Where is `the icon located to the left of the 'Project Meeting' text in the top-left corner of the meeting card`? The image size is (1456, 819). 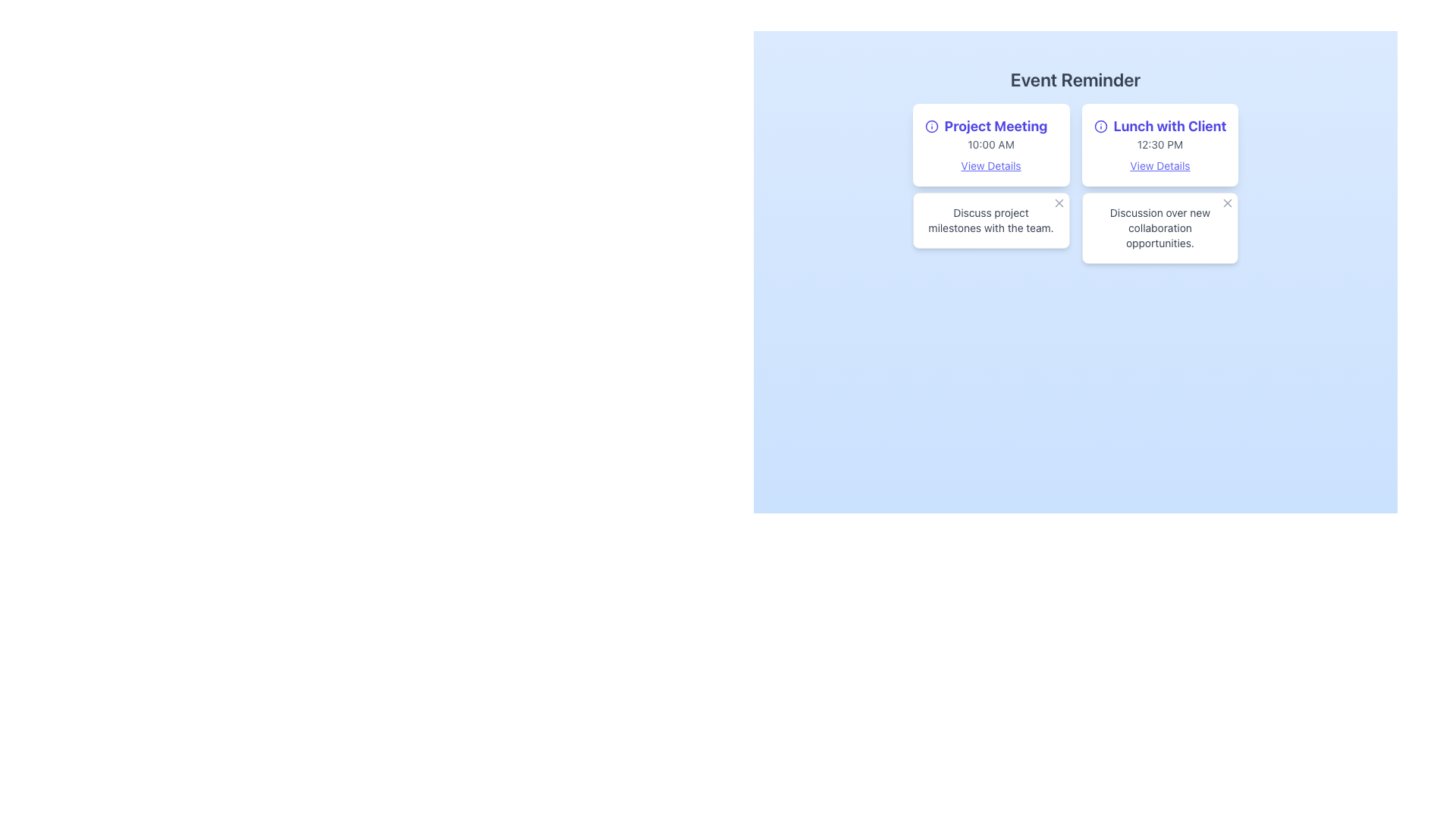
the icon located to the left of the 'Project Meeting' text in the top-left corner of the meeting card is located at coordinates (930, 125).